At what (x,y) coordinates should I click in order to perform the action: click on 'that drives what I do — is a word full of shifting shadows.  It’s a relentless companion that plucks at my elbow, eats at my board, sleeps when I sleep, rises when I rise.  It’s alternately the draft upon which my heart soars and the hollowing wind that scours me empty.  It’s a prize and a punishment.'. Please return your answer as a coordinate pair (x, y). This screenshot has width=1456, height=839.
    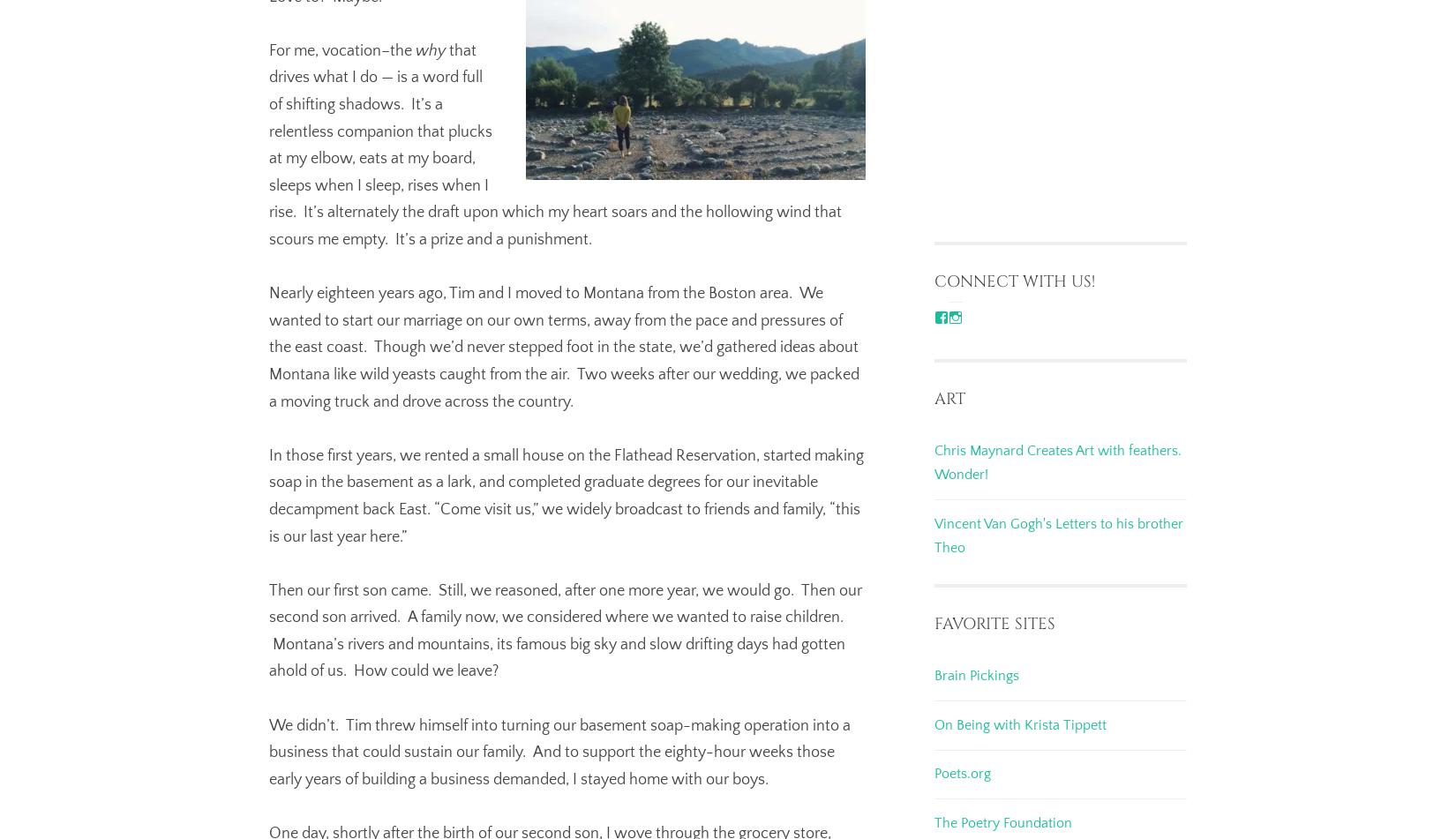
    Looking at the image, I should click on (268, 145).